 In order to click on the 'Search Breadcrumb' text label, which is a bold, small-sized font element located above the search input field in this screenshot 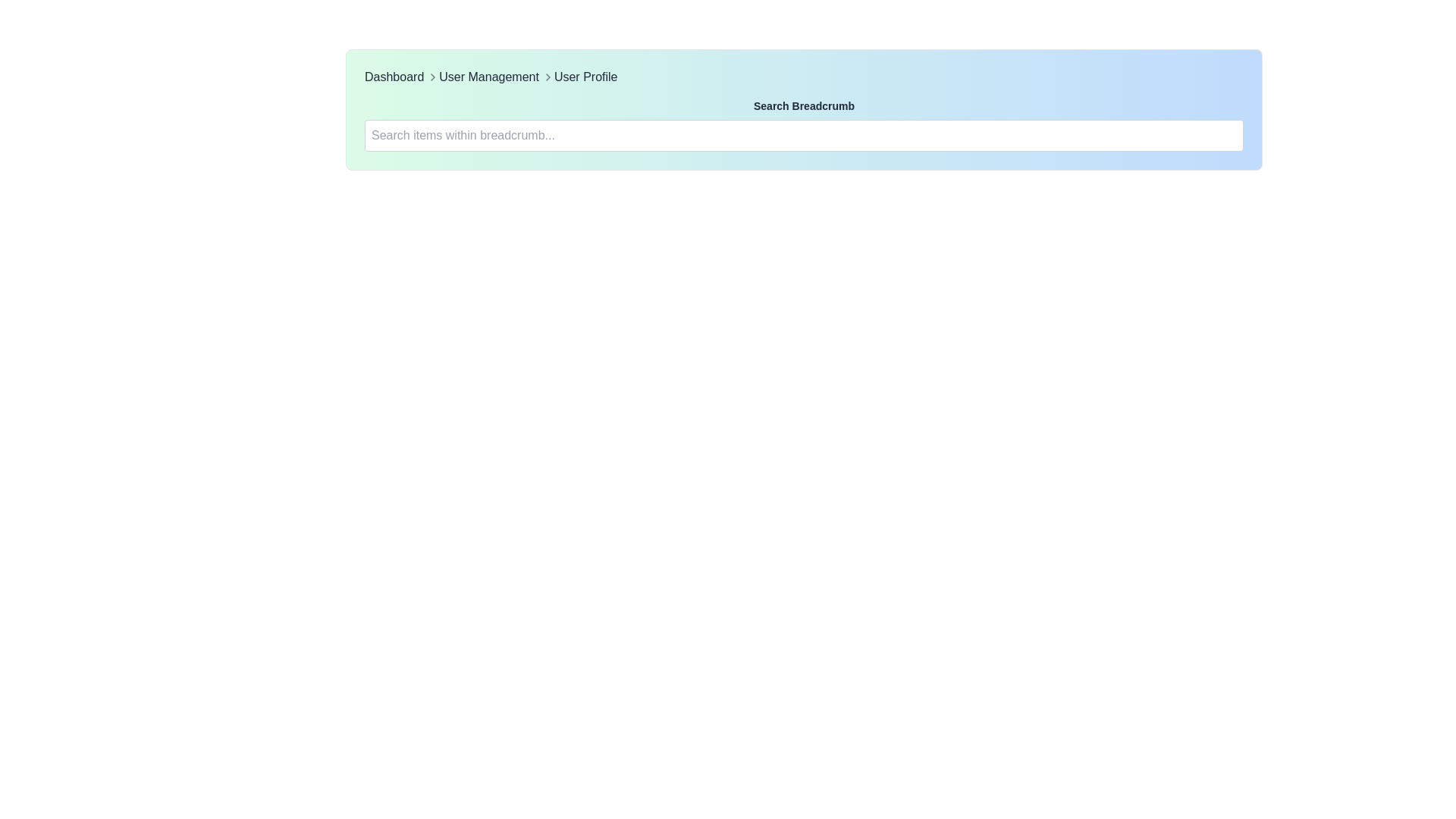, I will do `click(803, 105)`.